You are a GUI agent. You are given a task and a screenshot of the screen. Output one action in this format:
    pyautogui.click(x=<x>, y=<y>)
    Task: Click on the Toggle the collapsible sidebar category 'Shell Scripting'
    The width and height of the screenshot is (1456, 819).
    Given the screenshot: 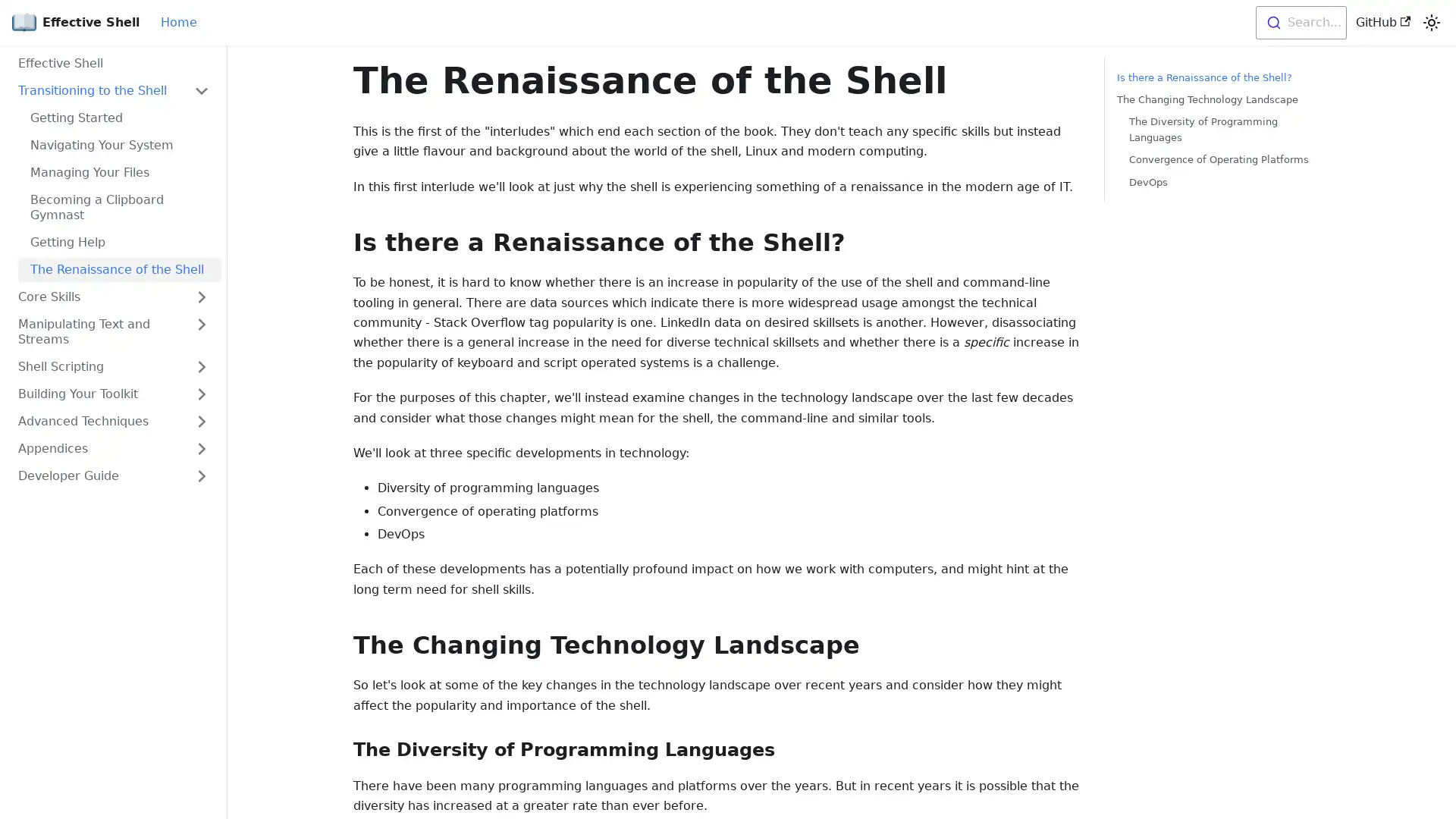 What is the action you would take?
    pyautogui.click(x=200, y=366)
    